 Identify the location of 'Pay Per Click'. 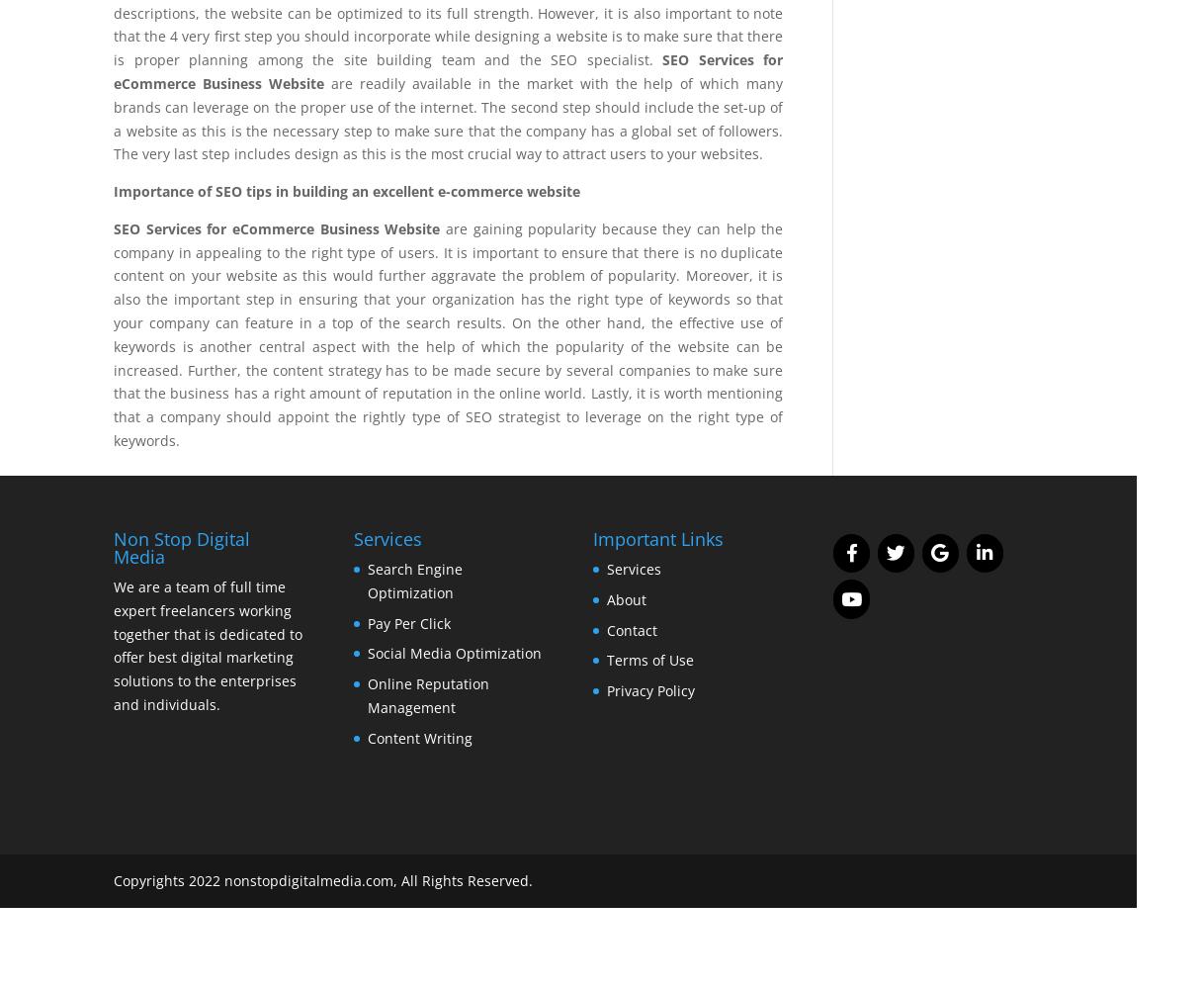
(407, 622).